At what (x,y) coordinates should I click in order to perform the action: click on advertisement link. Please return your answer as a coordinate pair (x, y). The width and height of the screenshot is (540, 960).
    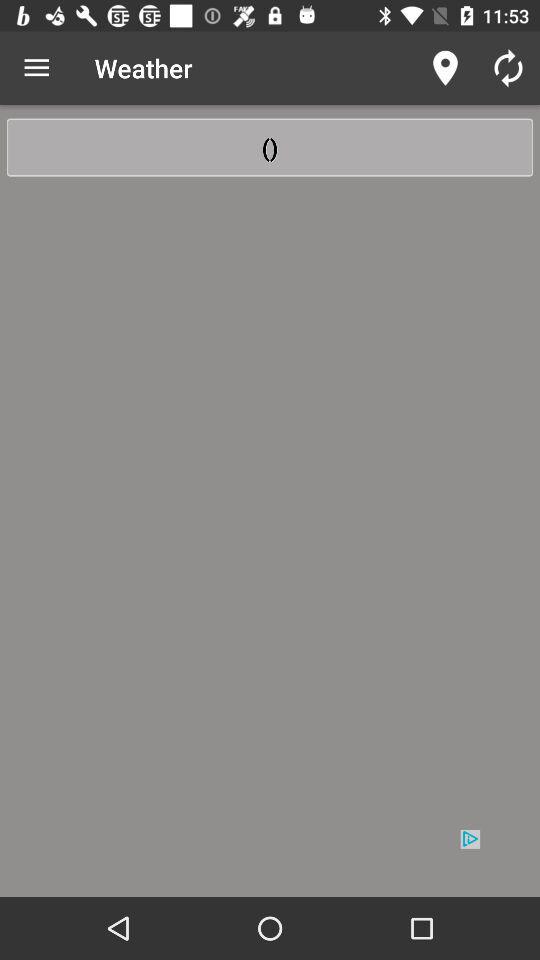
    Looking at the image, I should click on (270, 861).